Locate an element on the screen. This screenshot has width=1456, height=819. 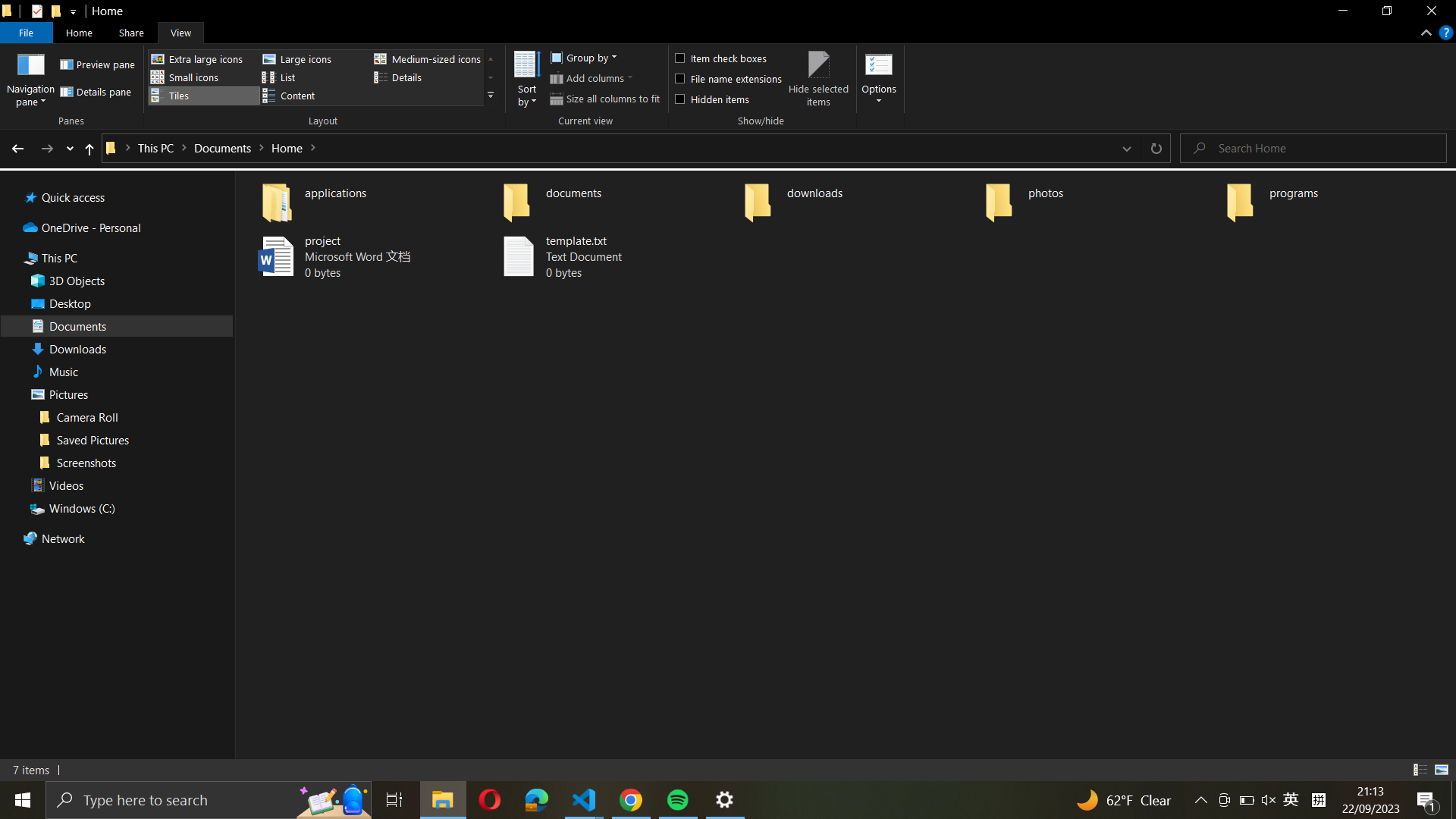
Copy "template.txt" into the "documents" folder only using keyboard shortcuts is located at coordinates (615, 257).